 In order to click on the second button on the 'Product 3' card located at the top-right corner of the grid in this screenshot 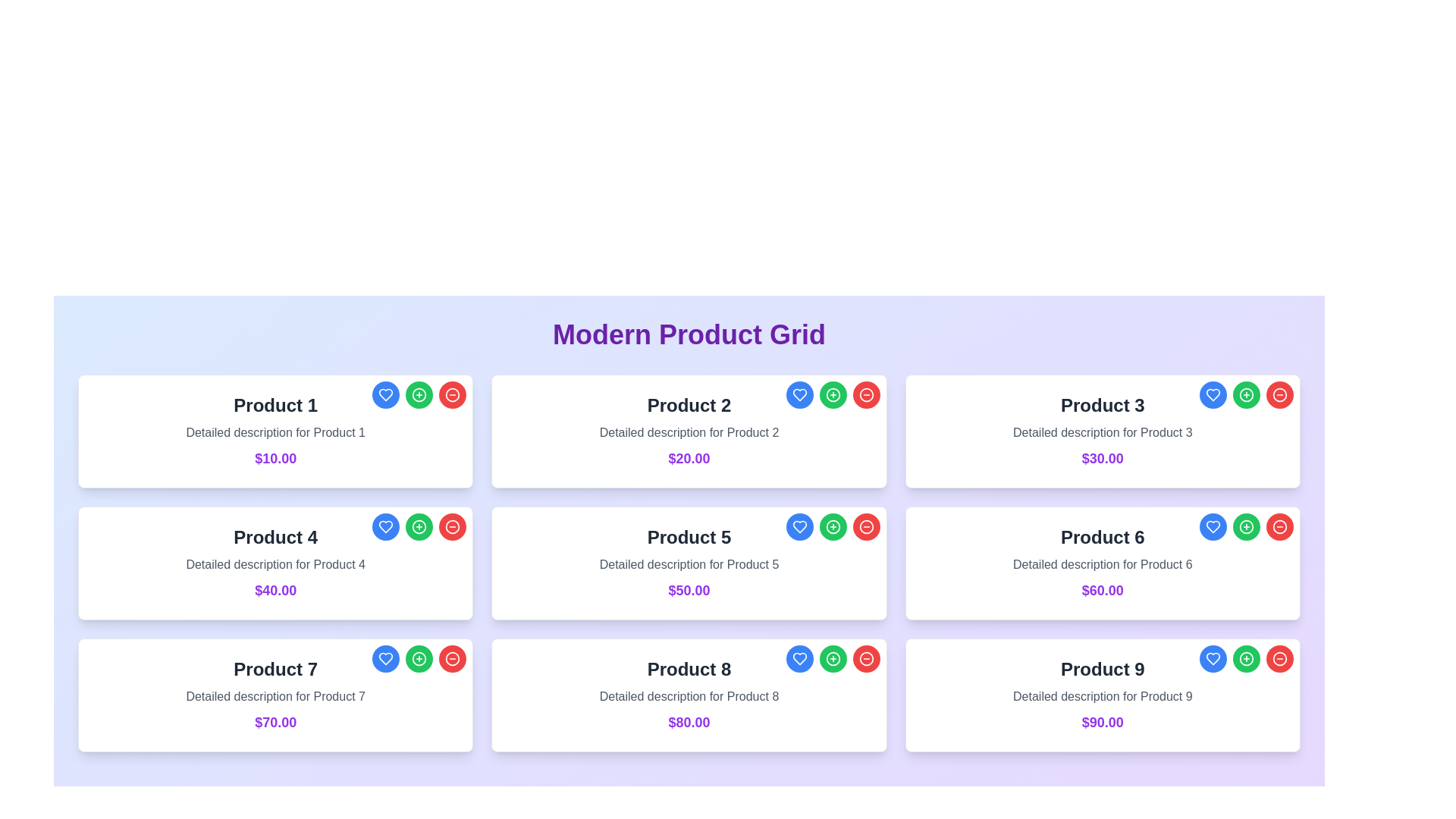, I will do `click(1246, 394)`.